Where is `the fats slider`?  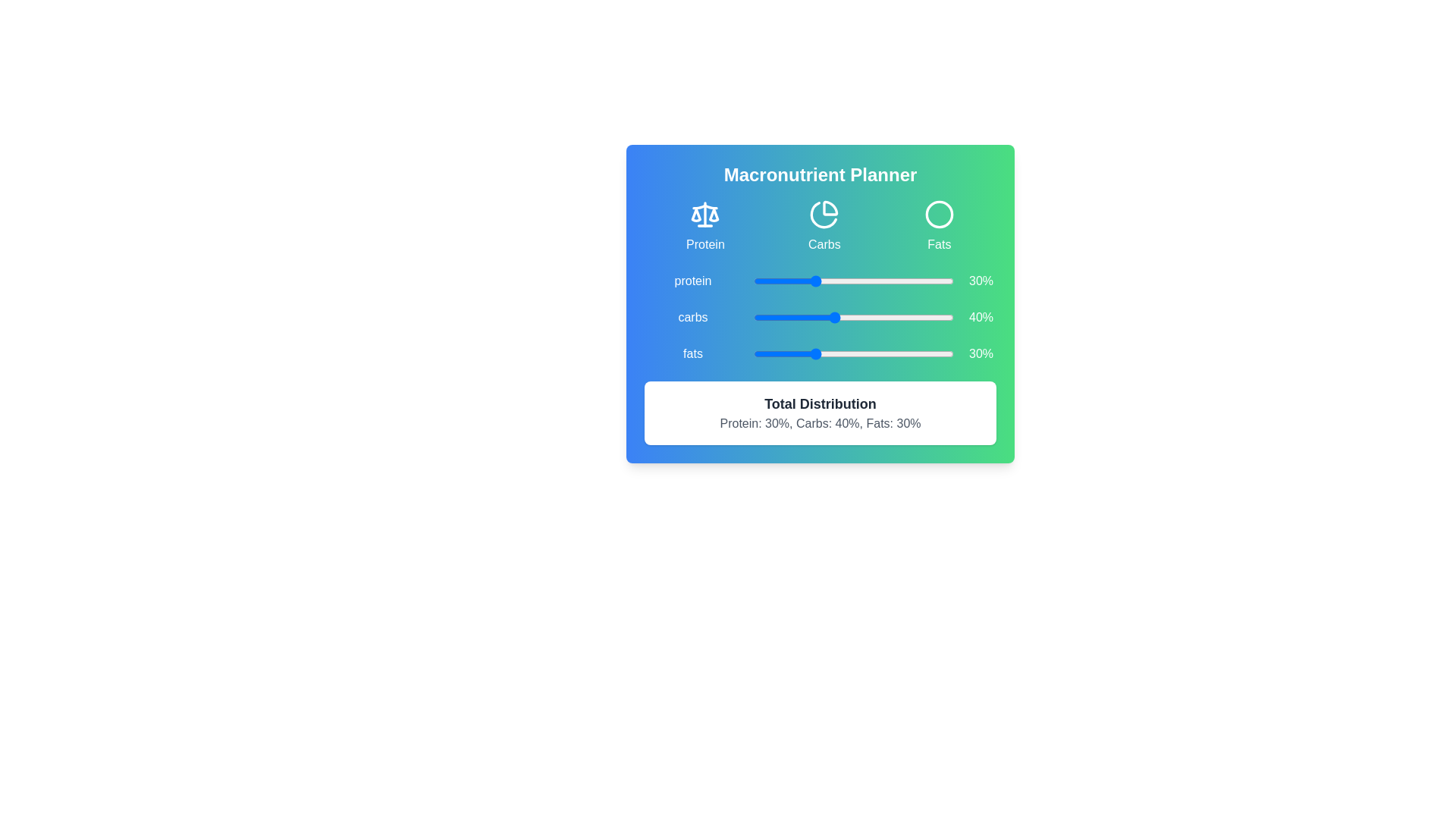 the fats slider is located at coordinates (943, 353).